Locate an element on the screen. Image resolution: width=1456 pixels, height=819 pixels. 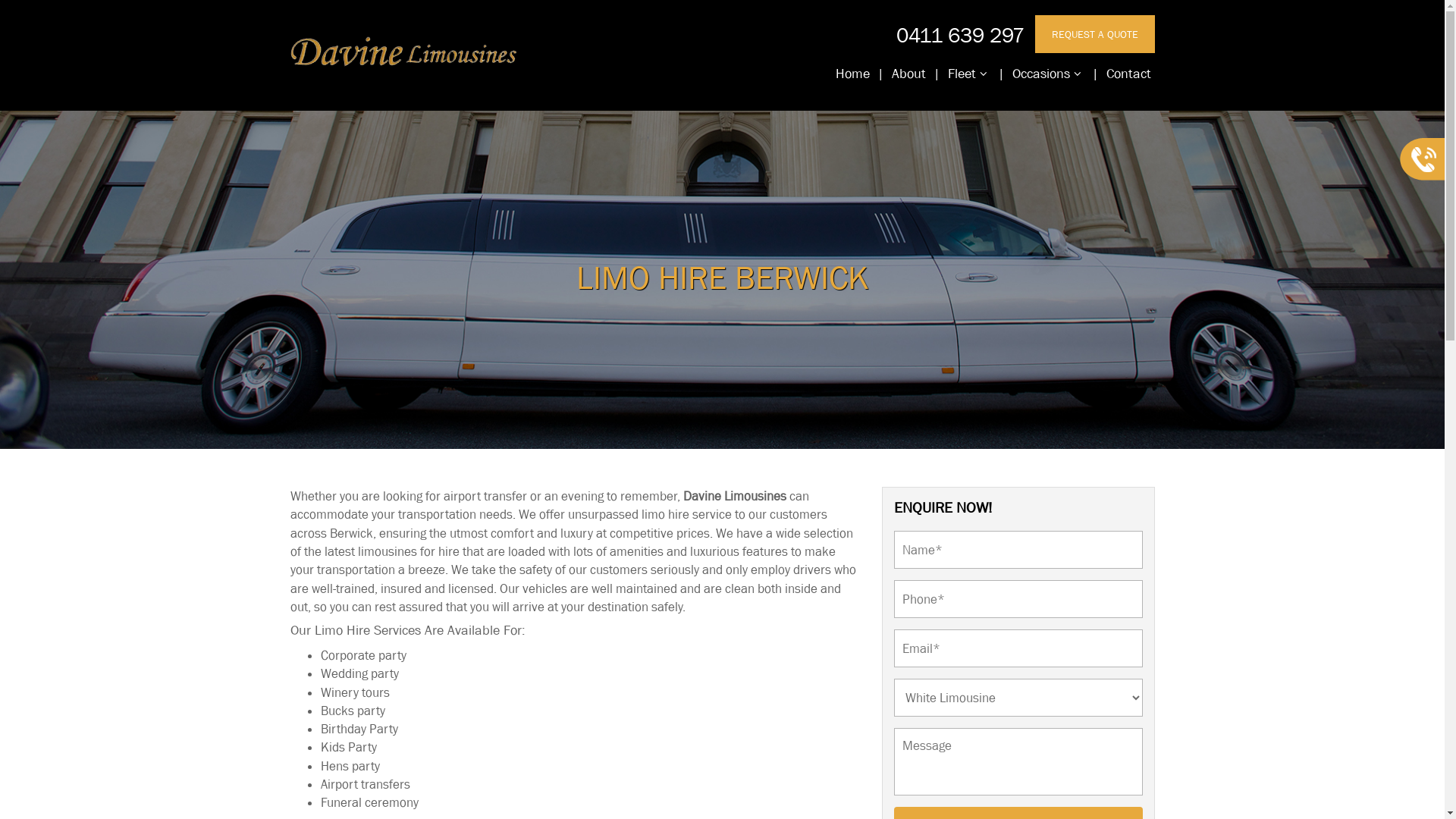
'Davine Limousines' is located at coordinates (682, 496).